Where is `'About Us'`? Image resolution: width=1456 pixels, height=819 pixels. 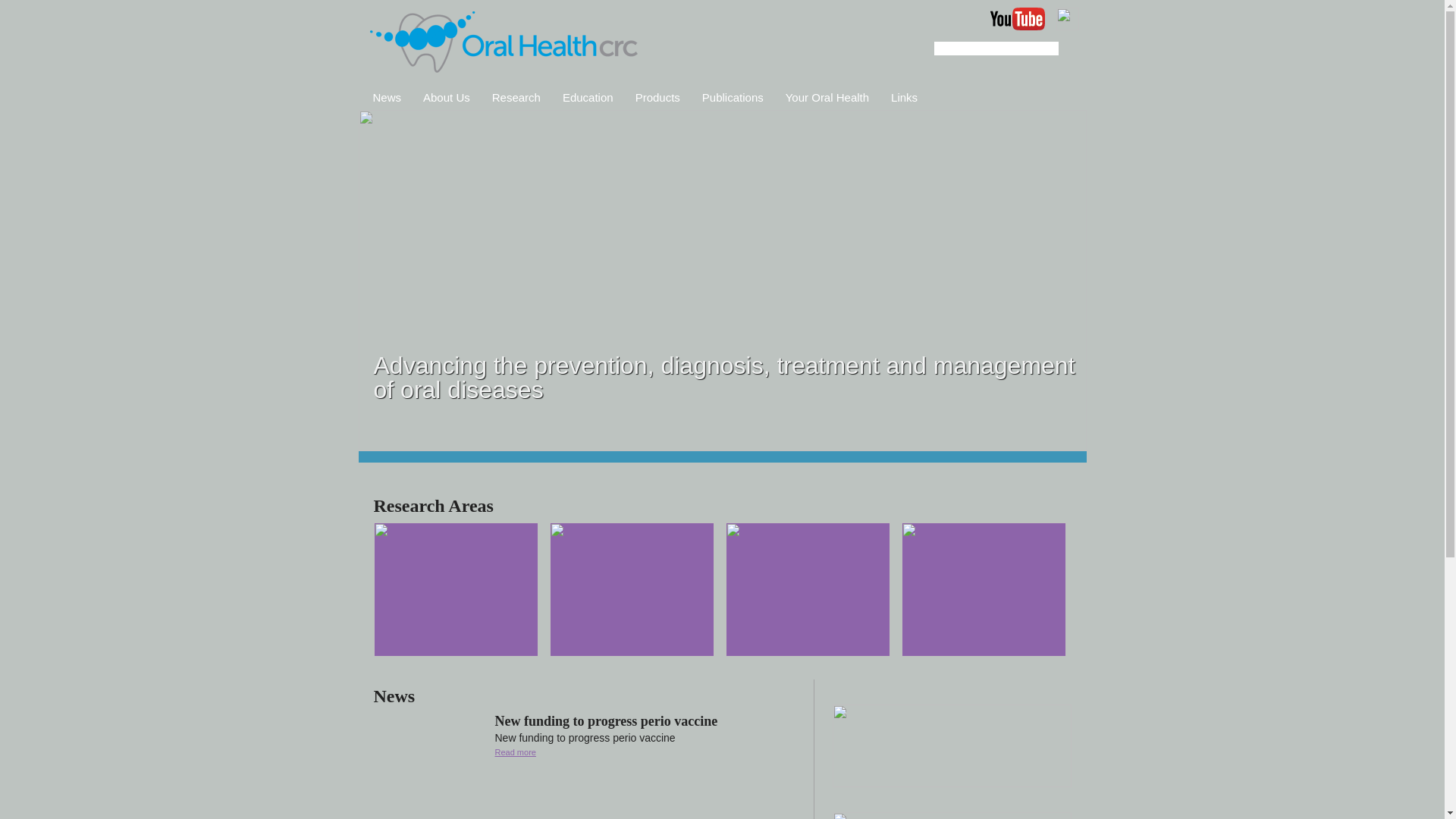 'About Us' is located at coordinates (446, 96).